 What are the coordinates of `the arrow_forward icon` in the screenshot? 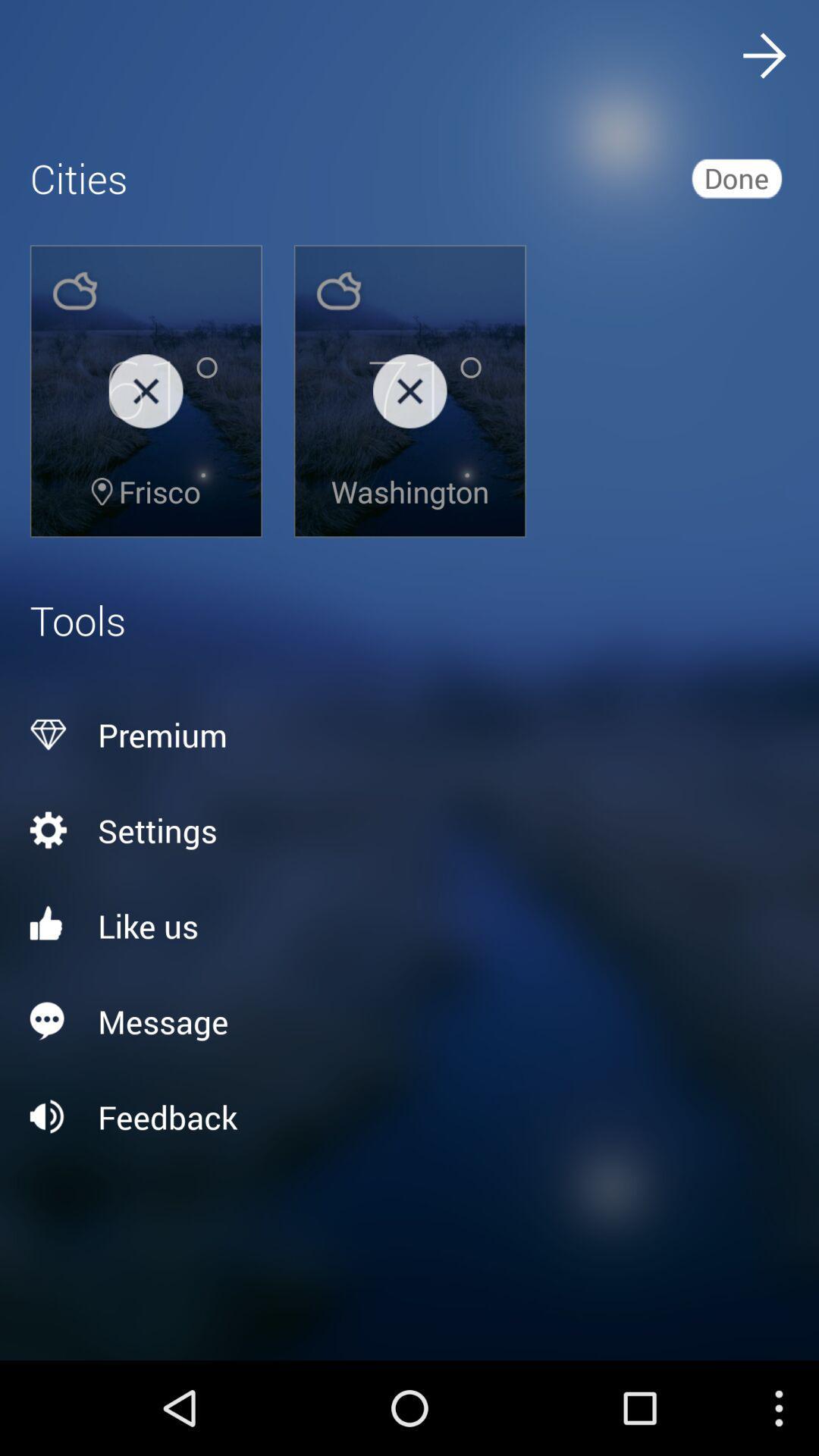 It's located at (763, 59).